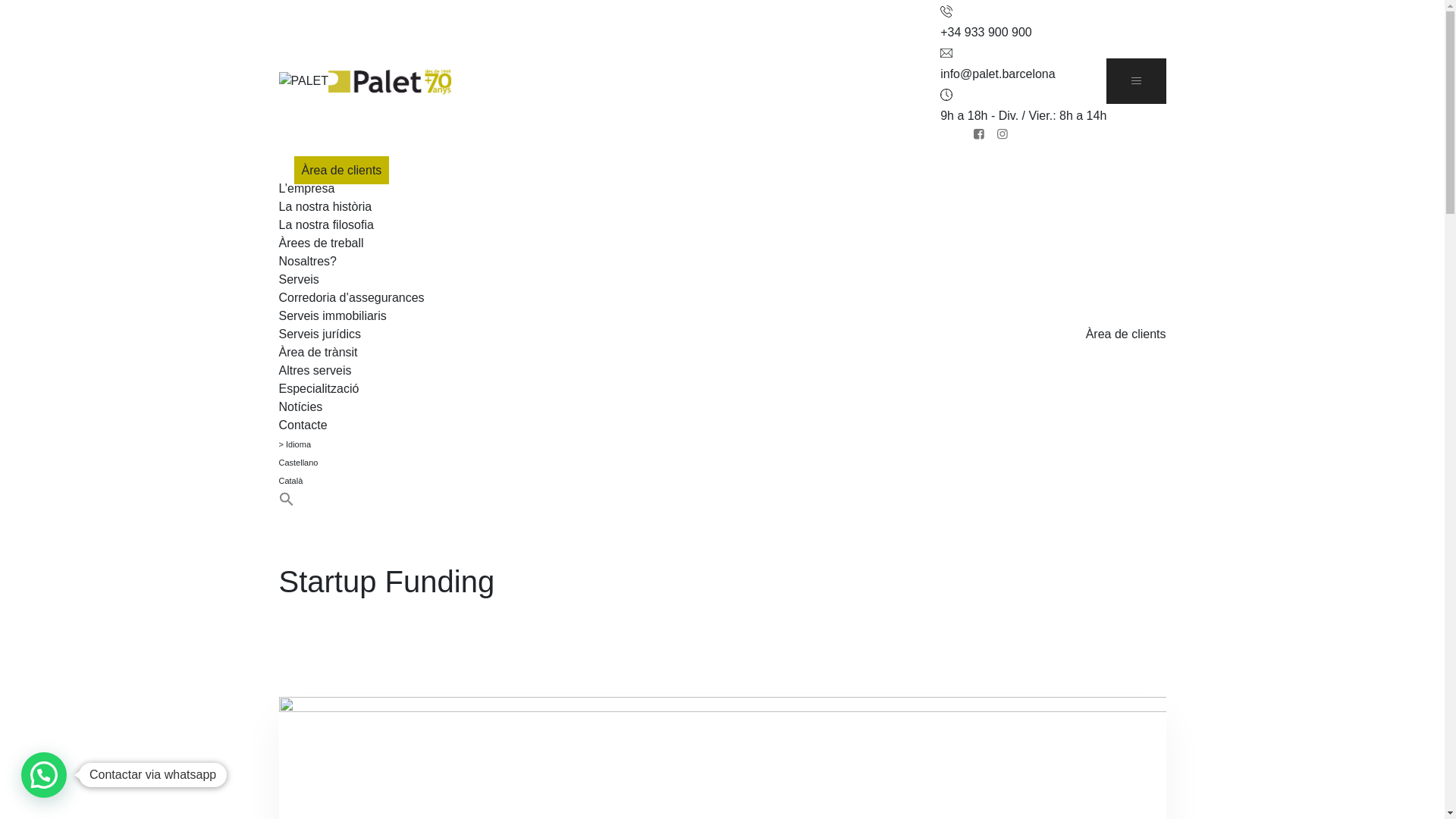 Image resolution: width=1456 pixels, height=819 pixels. I want to click on 'La nostra filosofia', so click(325, 224).